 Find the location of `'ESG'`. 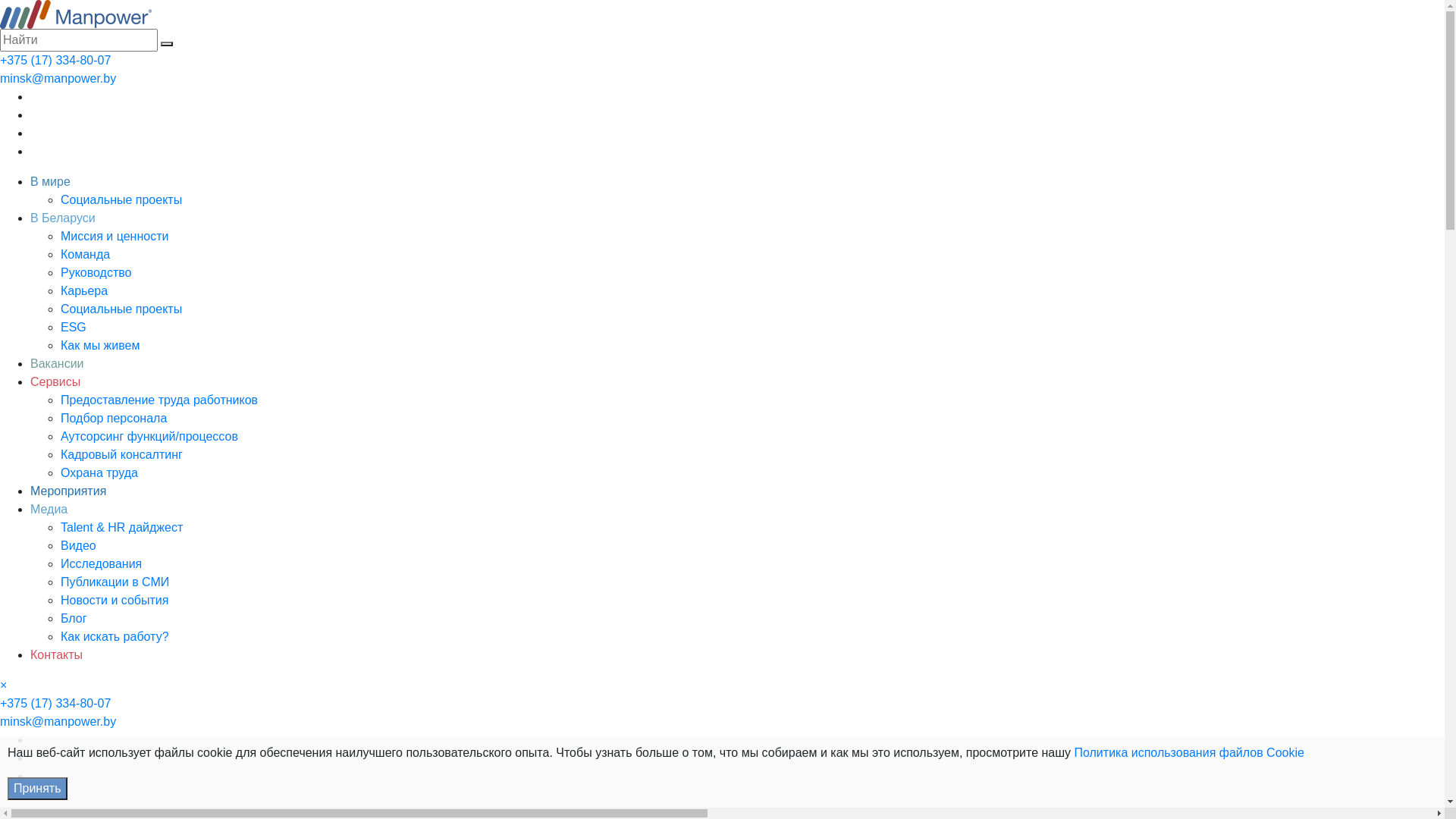

'ESG' is located at coordinates (72, 326).